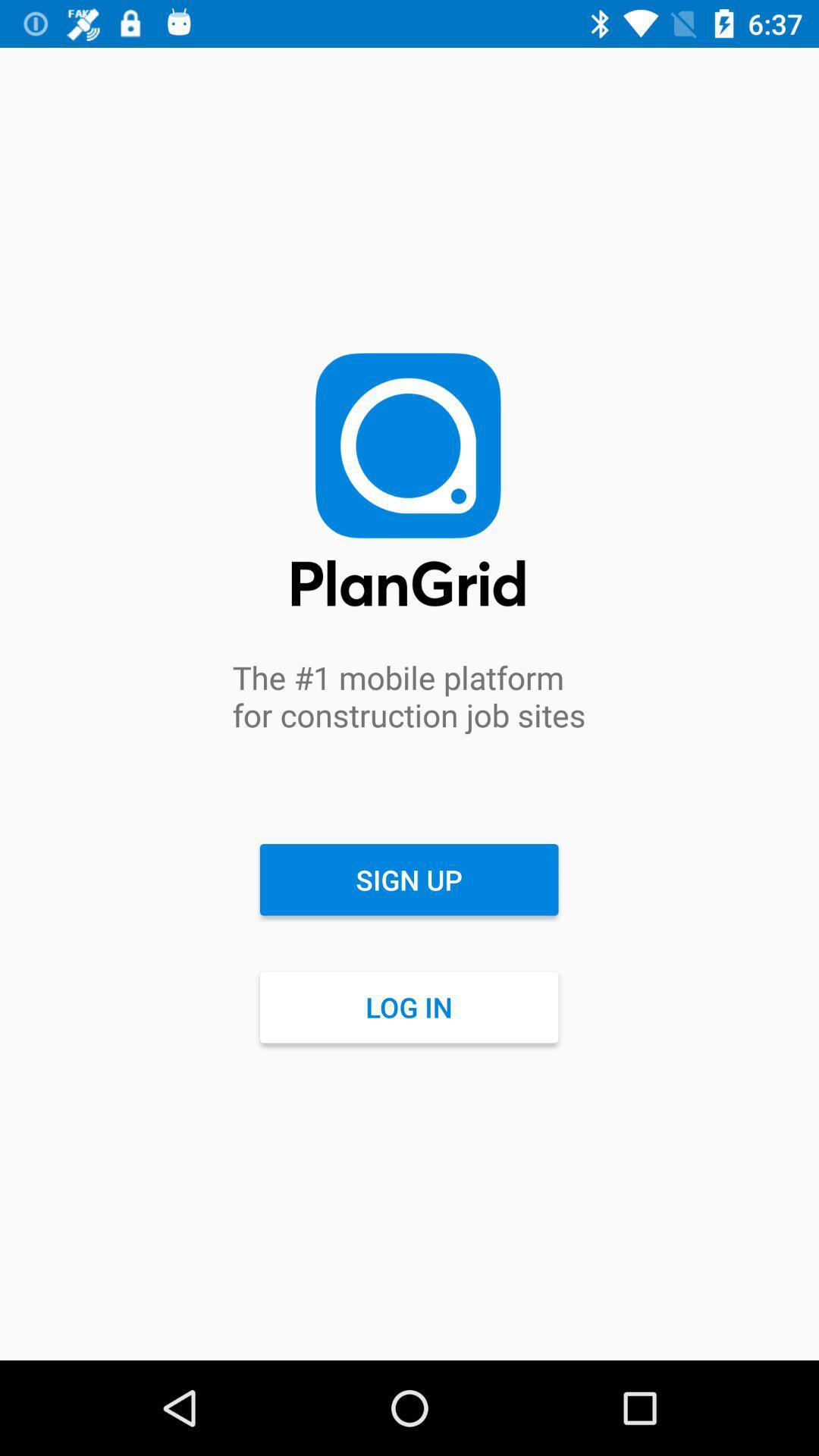 The height and width of the screenshot is (1456, 819). I want to click on log in icon, so click(408, 1007).